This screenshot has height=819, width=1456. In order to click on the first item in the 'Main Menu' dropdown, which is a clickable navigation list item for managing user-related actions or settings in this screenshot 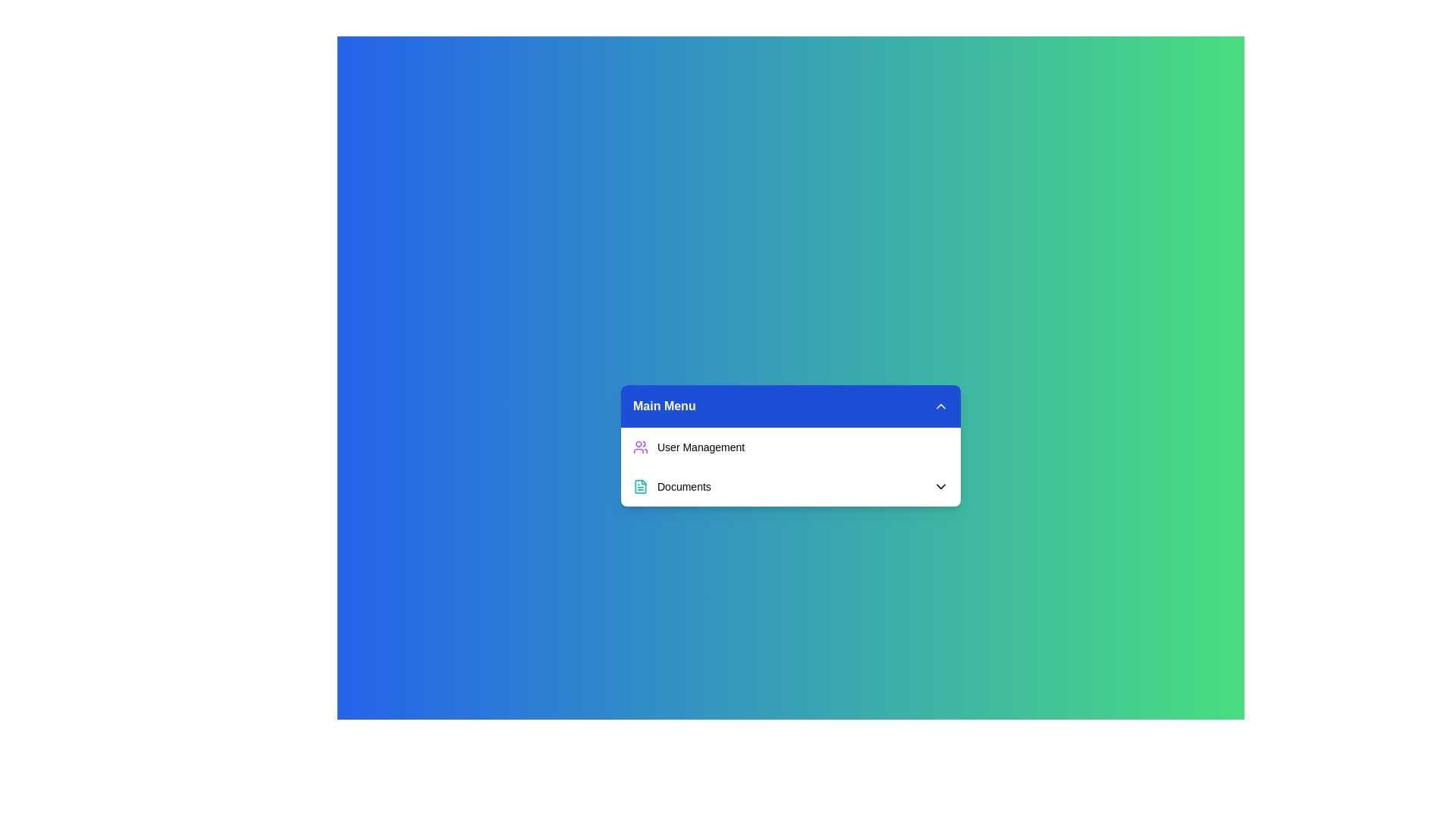, I will do `click(789, 444)`.